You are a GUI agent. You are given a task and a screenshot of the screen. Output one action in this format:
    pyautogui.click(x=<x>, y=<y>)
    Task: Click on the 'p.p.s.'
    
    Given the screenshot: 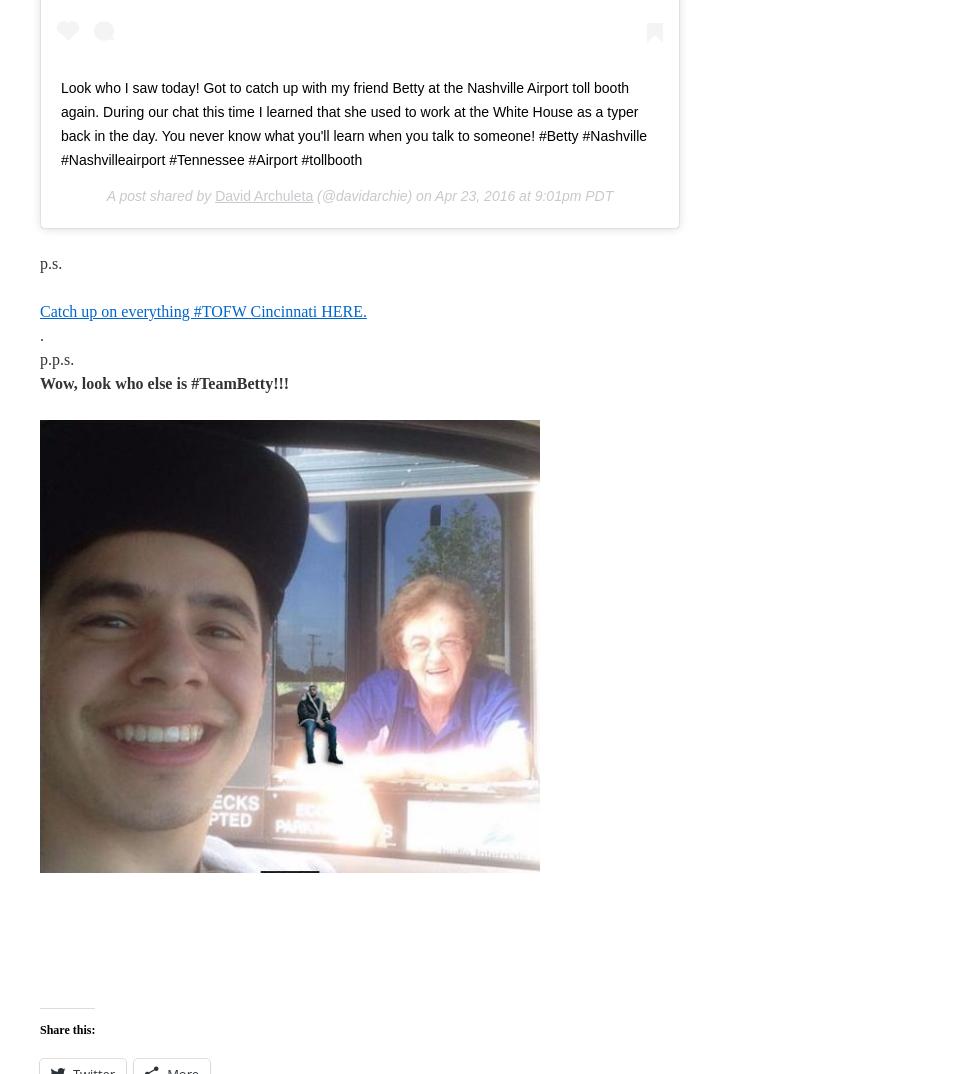 What is the action you would take?
    pyautogui.click(x=57, y=357)
    